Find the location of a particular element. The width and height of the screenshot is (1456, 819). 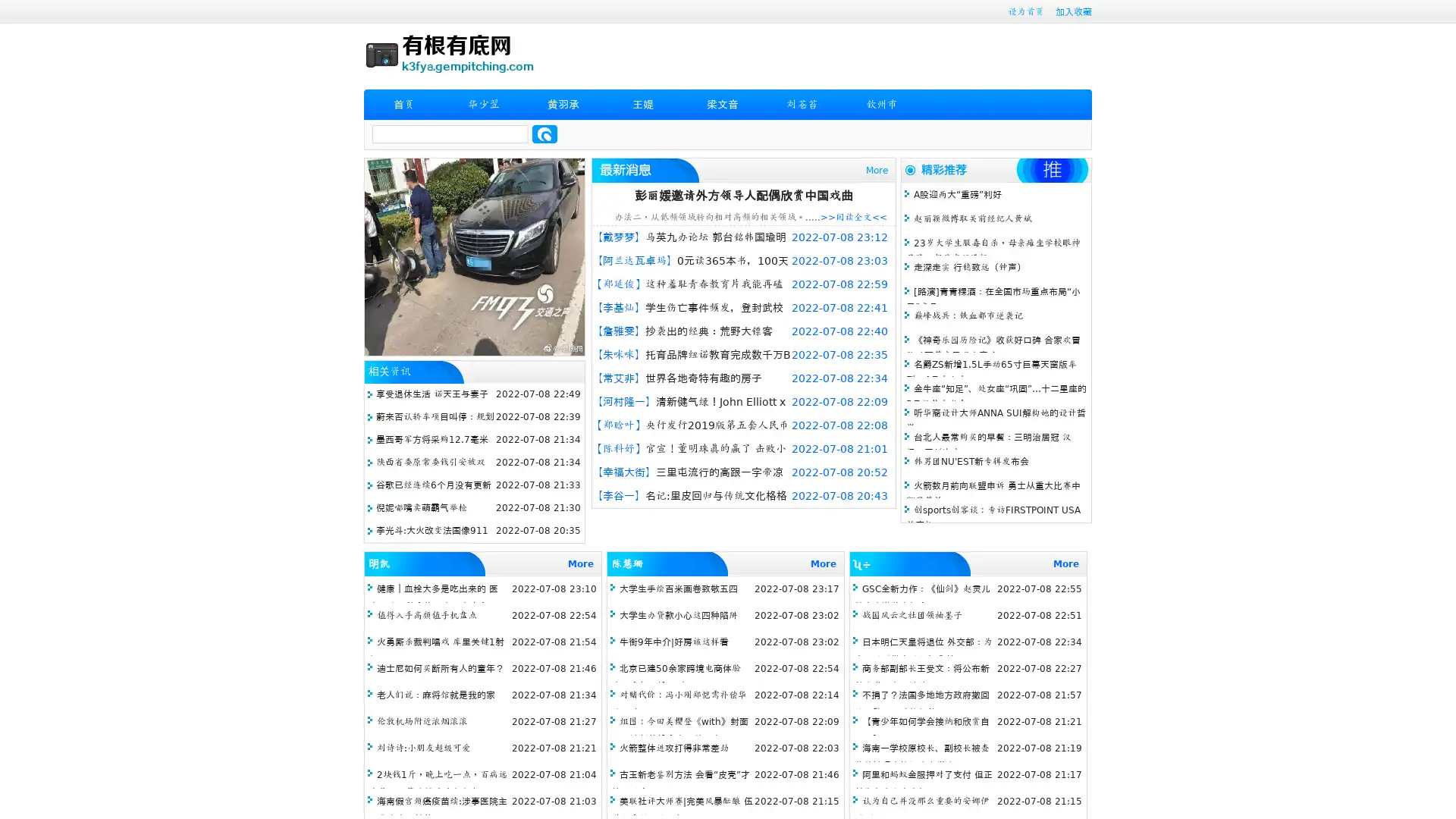

Search is located at coordinates (544, 133).